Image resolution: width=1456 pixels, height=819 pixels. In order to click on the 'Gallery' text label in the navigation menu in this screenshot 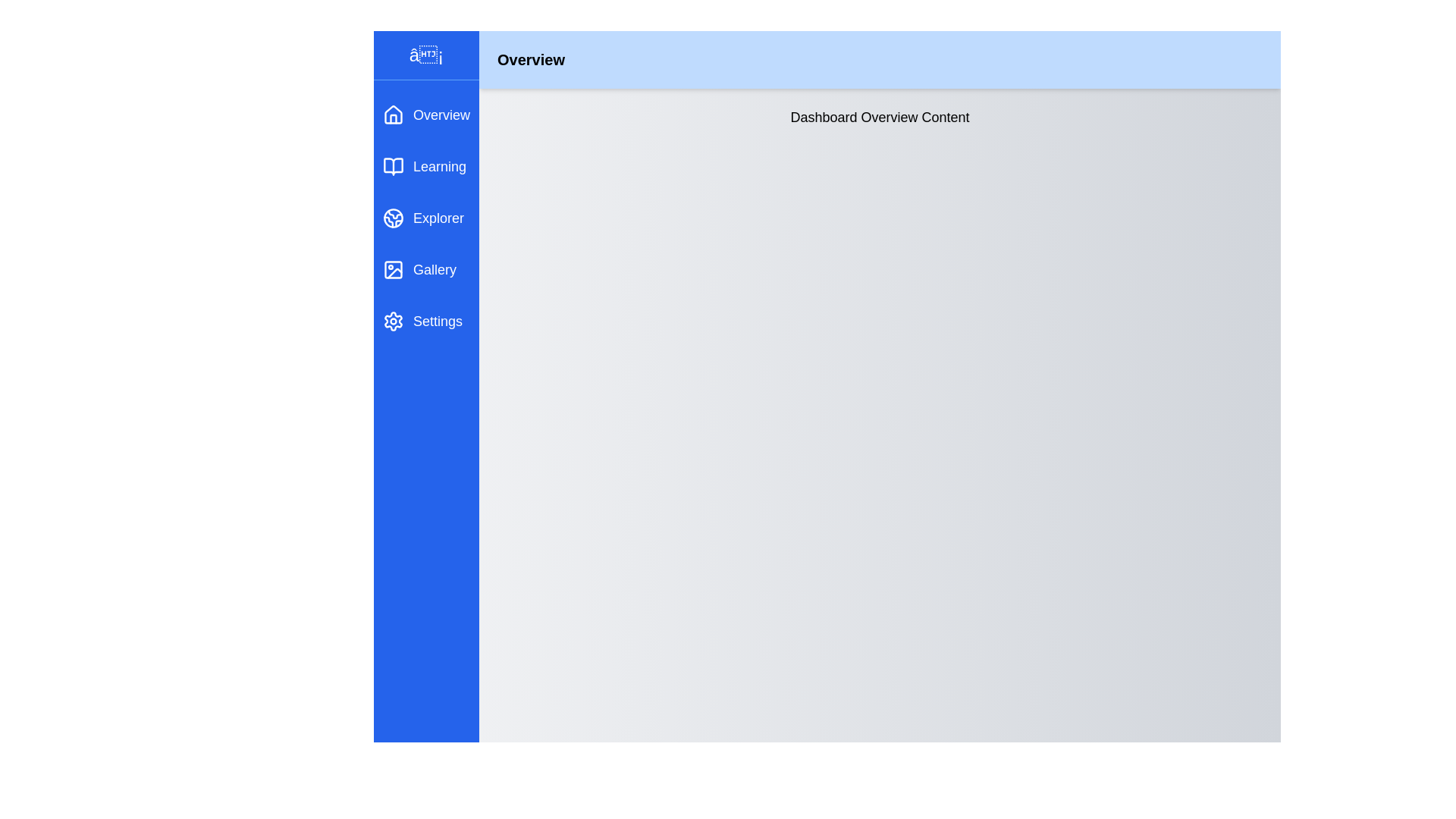, I will do `click(434, 268)`.